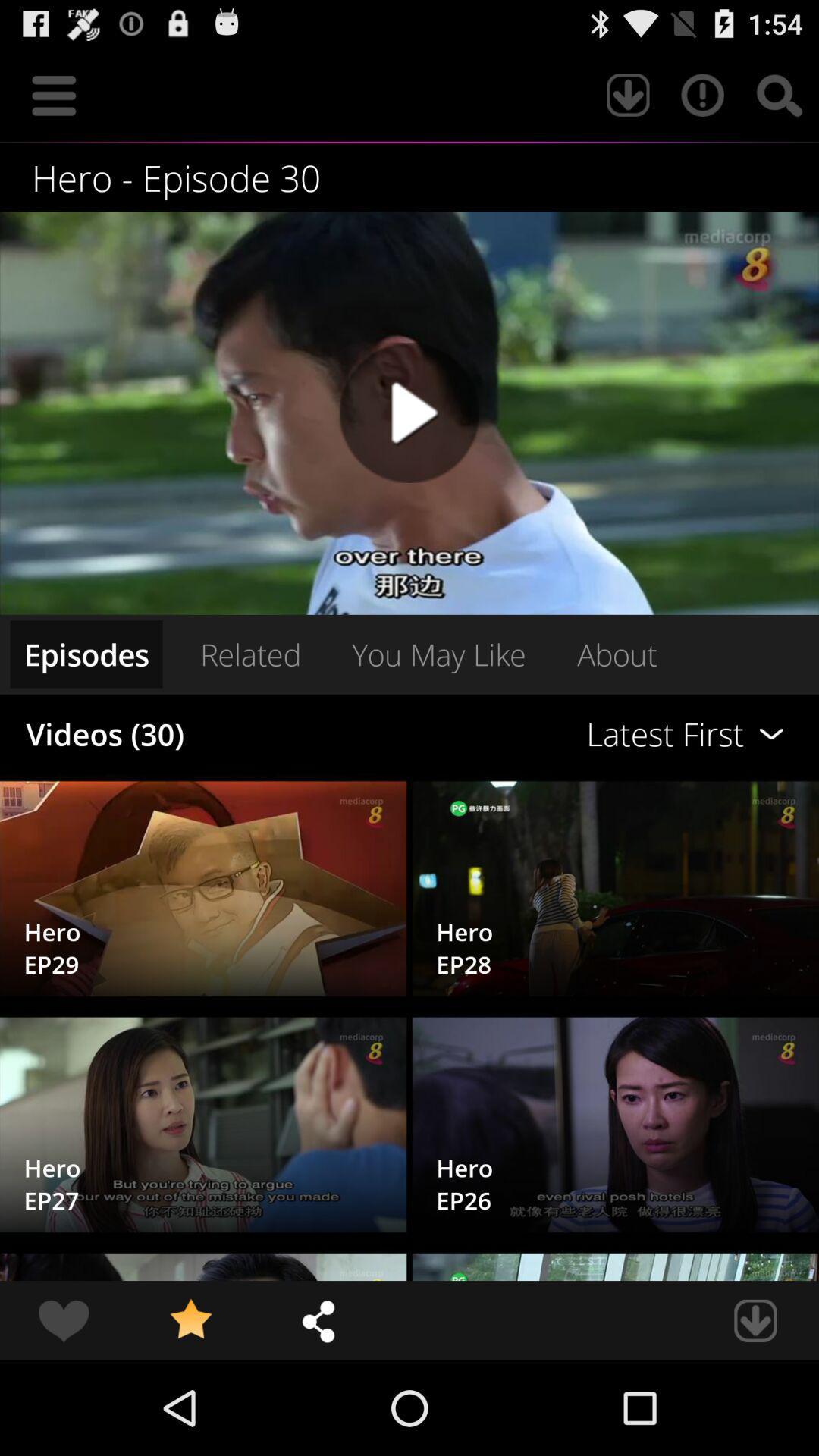 This screenshot has height=1456, width=819. Describe the element at coordinates (560, 734) in the screenshot. I see `icon next to the related item` at that location.